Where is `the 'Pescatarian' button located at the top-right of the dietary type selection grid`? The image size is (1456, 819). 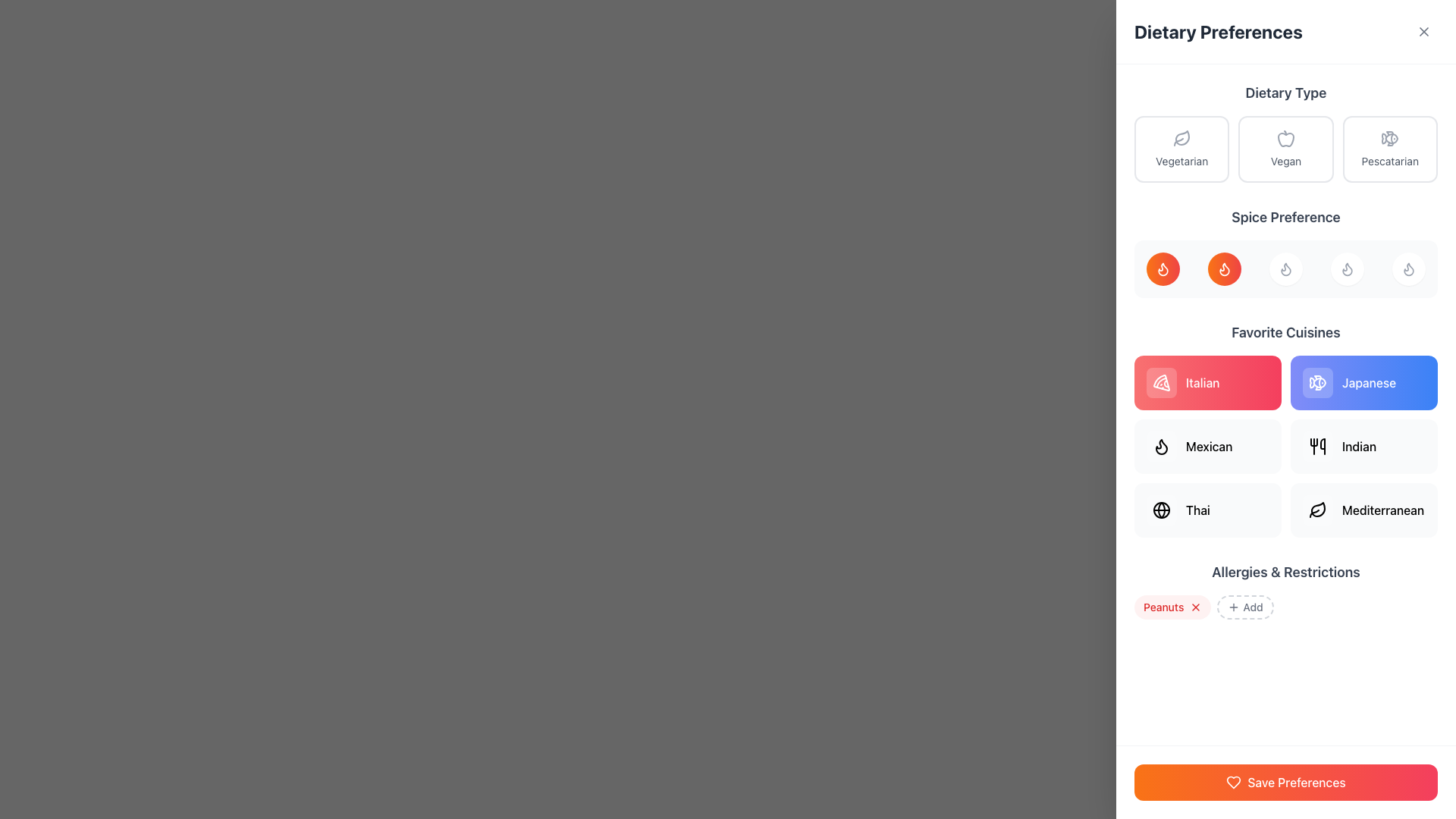
the 'Pescatarian' button located at the top-right of the dietary type selection grid is located at coordinates (1390, 149).